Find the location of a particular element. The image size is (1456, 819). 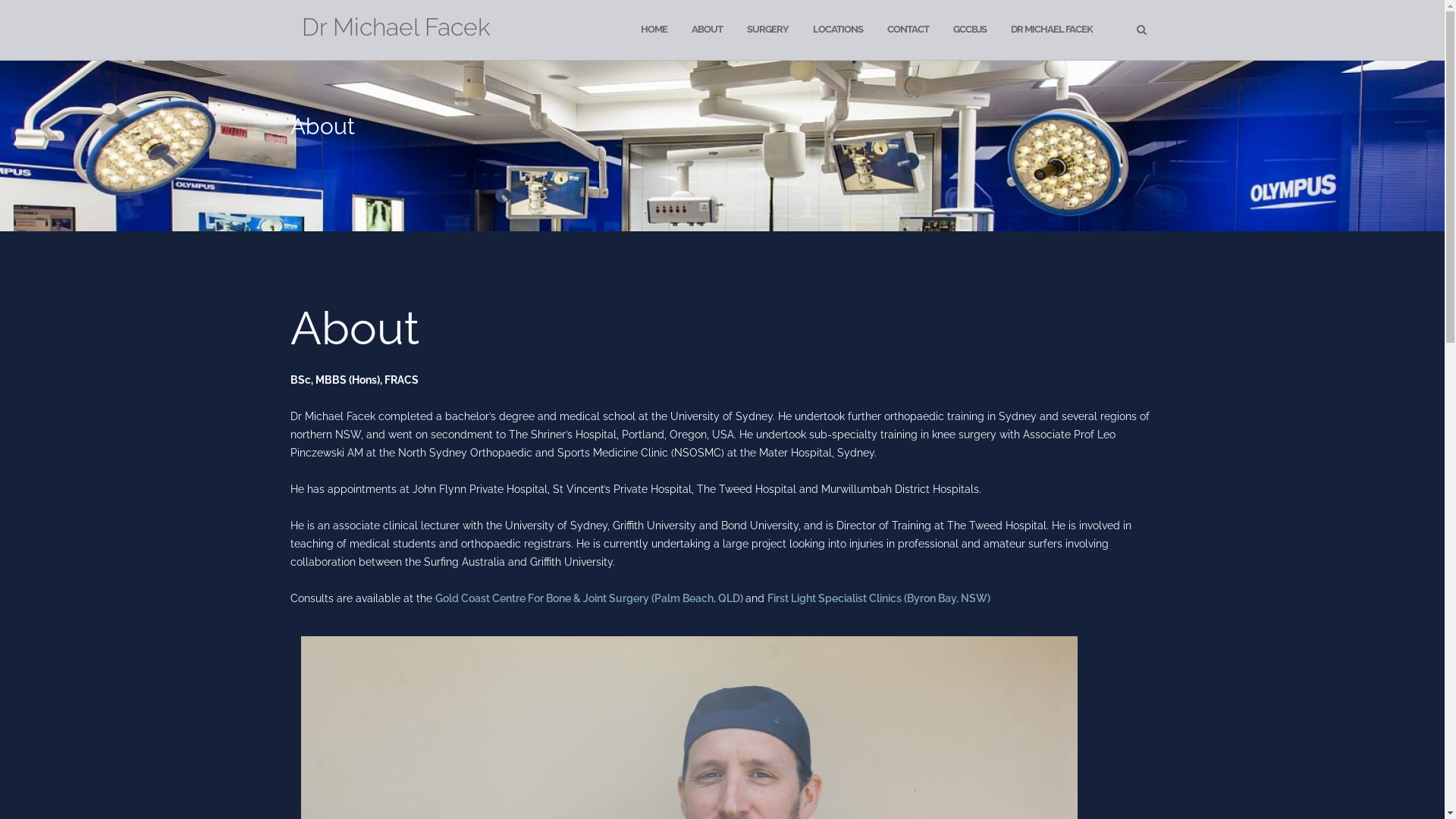

'GCCBJS' is located at coordinates (968, 30).